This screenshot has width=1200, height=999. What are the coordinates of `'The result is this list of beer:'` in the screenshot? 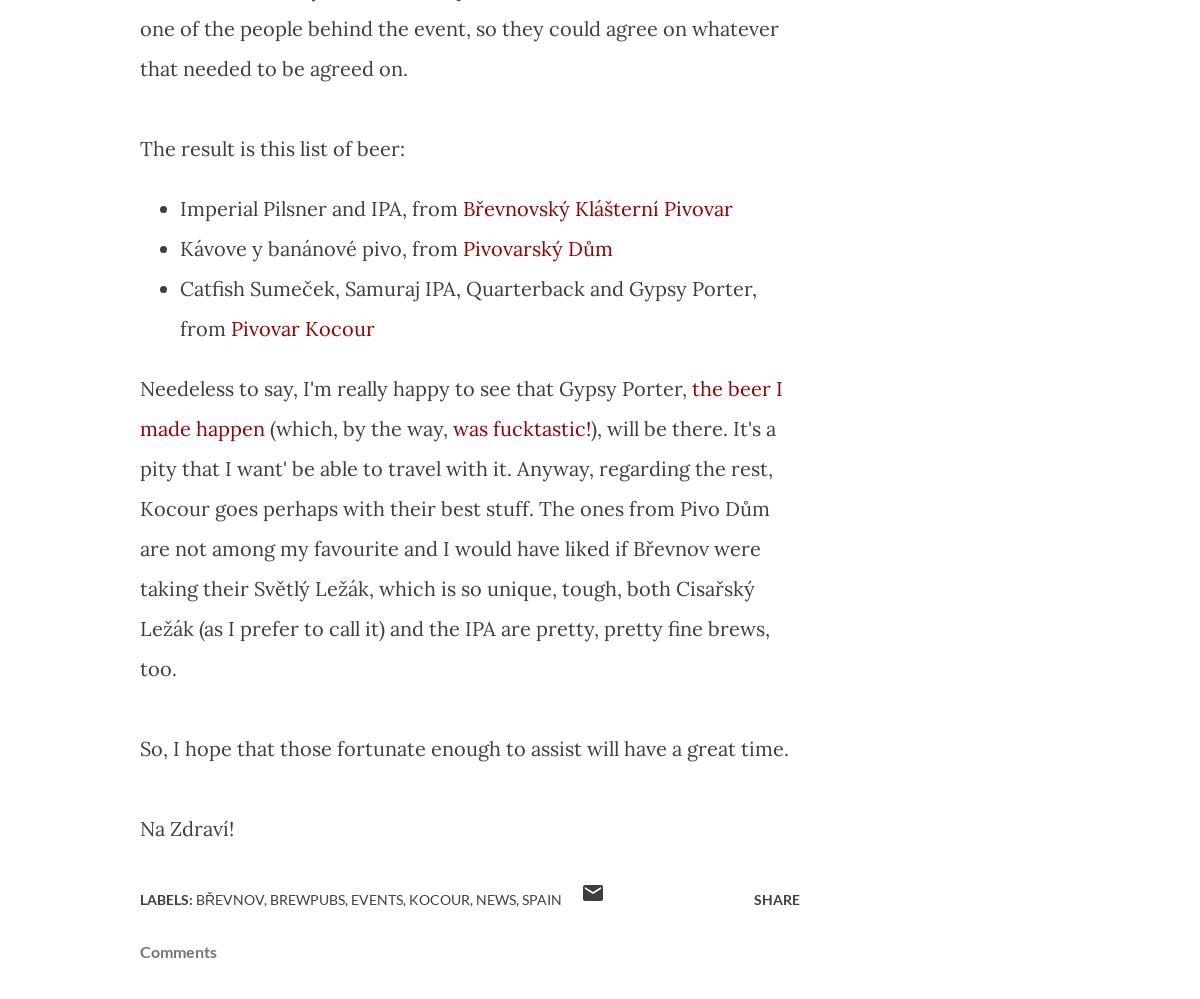 It's located at (271, 148).